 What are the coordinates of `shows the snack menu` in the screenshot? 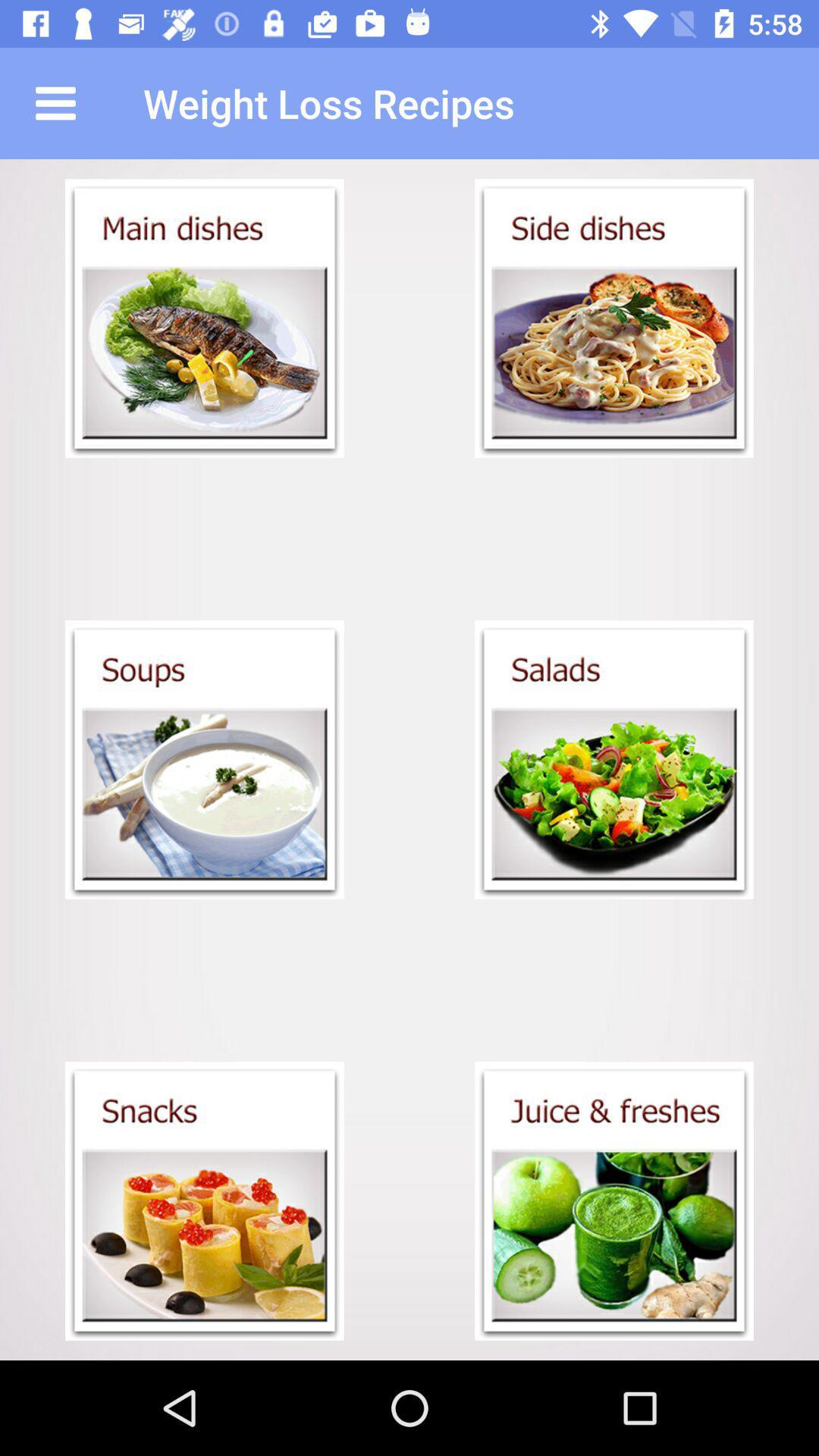 It's located at (205, 1200).